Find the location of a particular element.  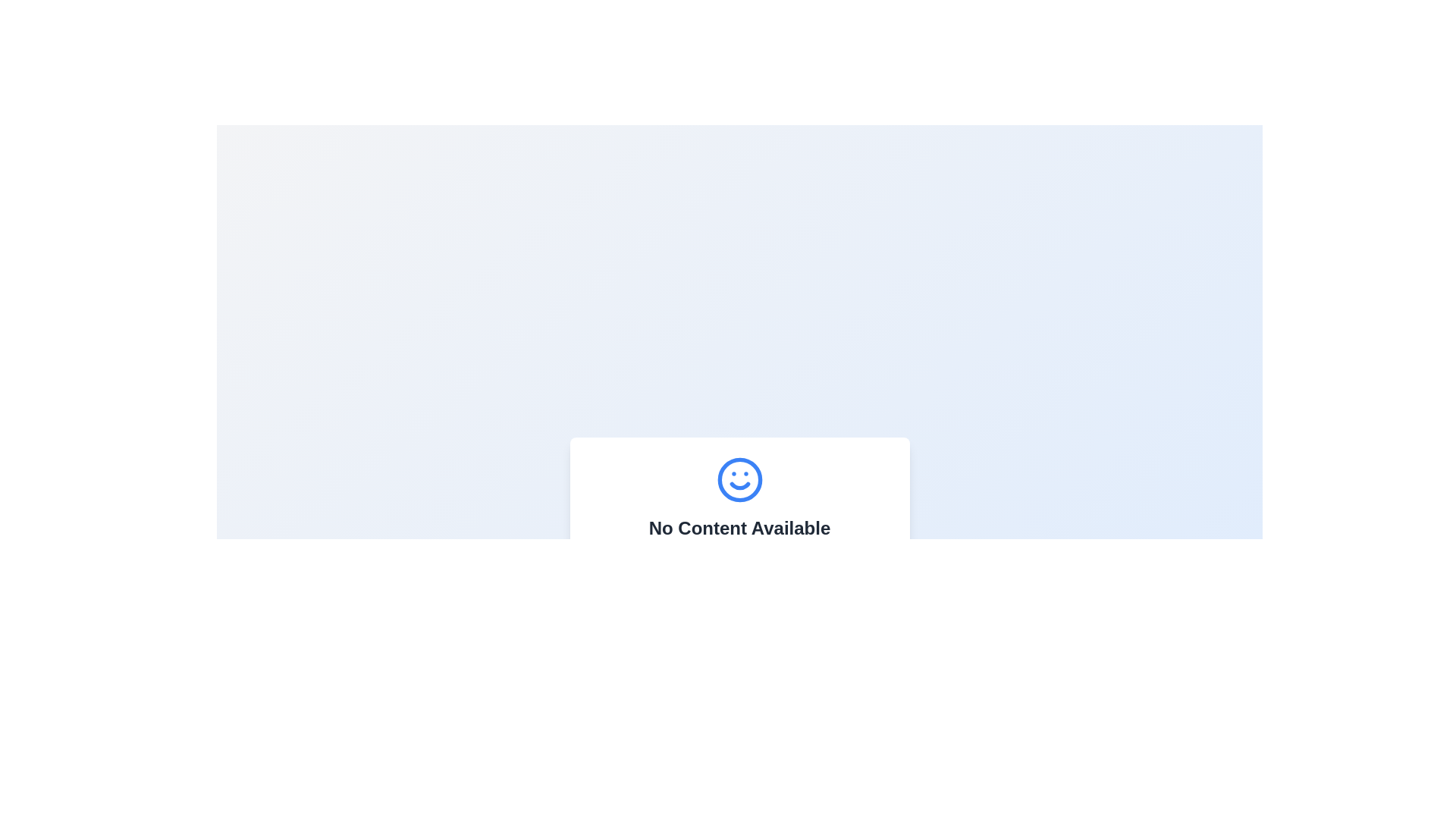

the informational message box that indicates no content is available and prompts the user to add new items to the library is located at coordinates (739, 534).